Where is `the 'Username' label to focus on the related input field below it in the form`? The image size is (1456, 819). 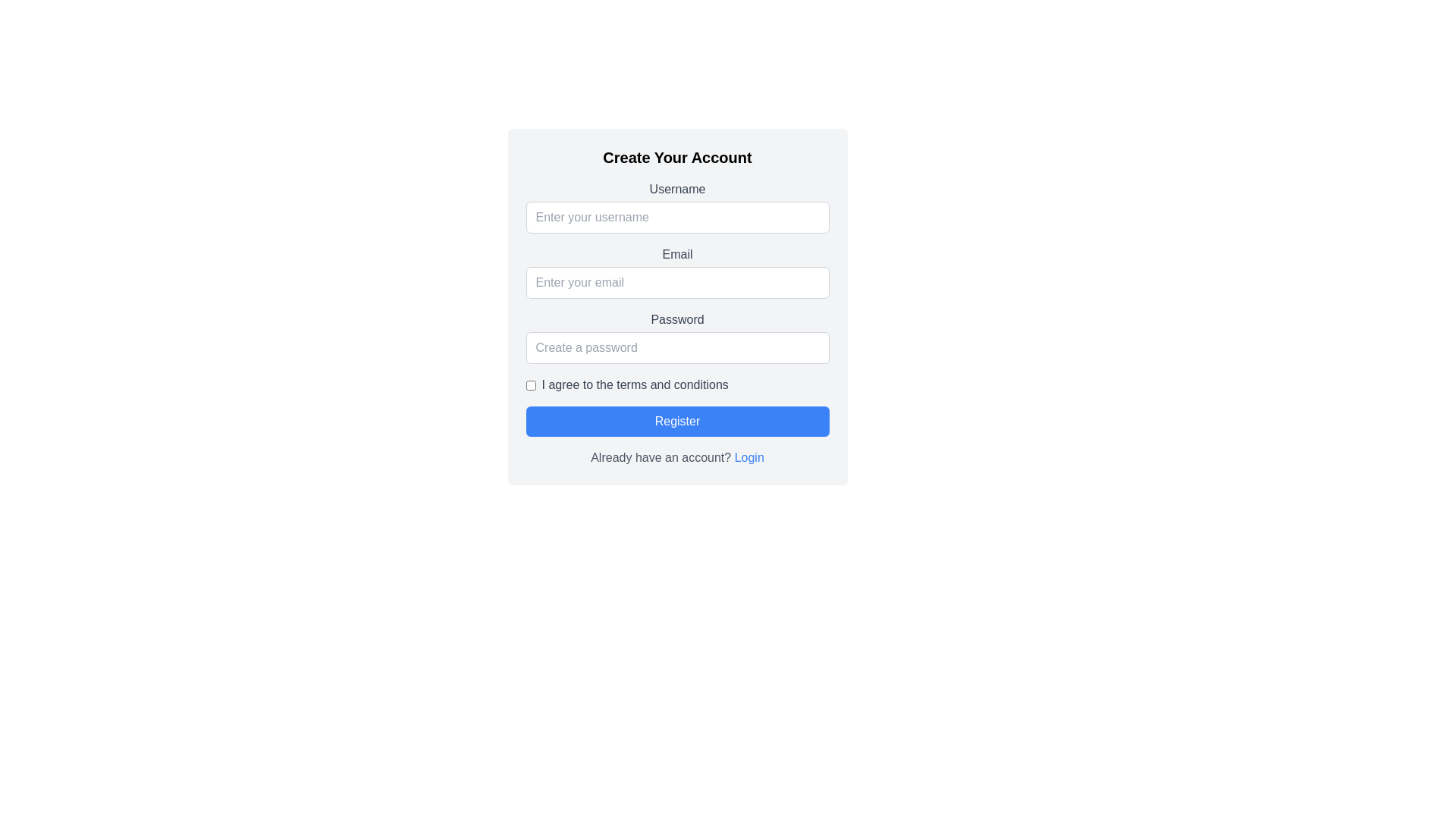 the 'Username' label to focus on the related input field below it in the form is located at coordinates (676, 189).